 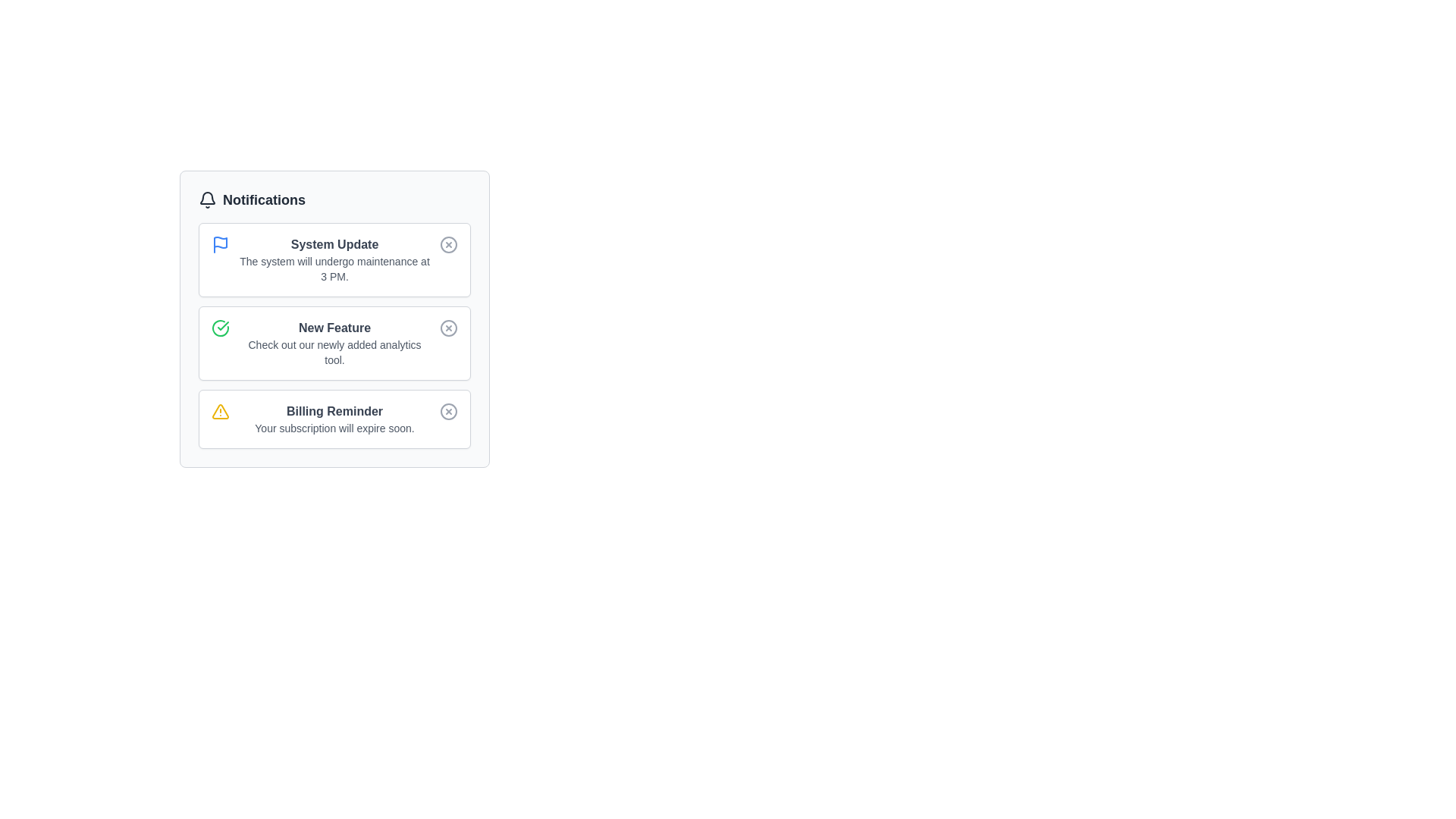 What do you see at coordinates (447, 327) in the screenshot?
I see `the circular graphic element within the notification card titled 'New Feature', which is positioned alongside a red exit icon` at bounding box center [447, 327].